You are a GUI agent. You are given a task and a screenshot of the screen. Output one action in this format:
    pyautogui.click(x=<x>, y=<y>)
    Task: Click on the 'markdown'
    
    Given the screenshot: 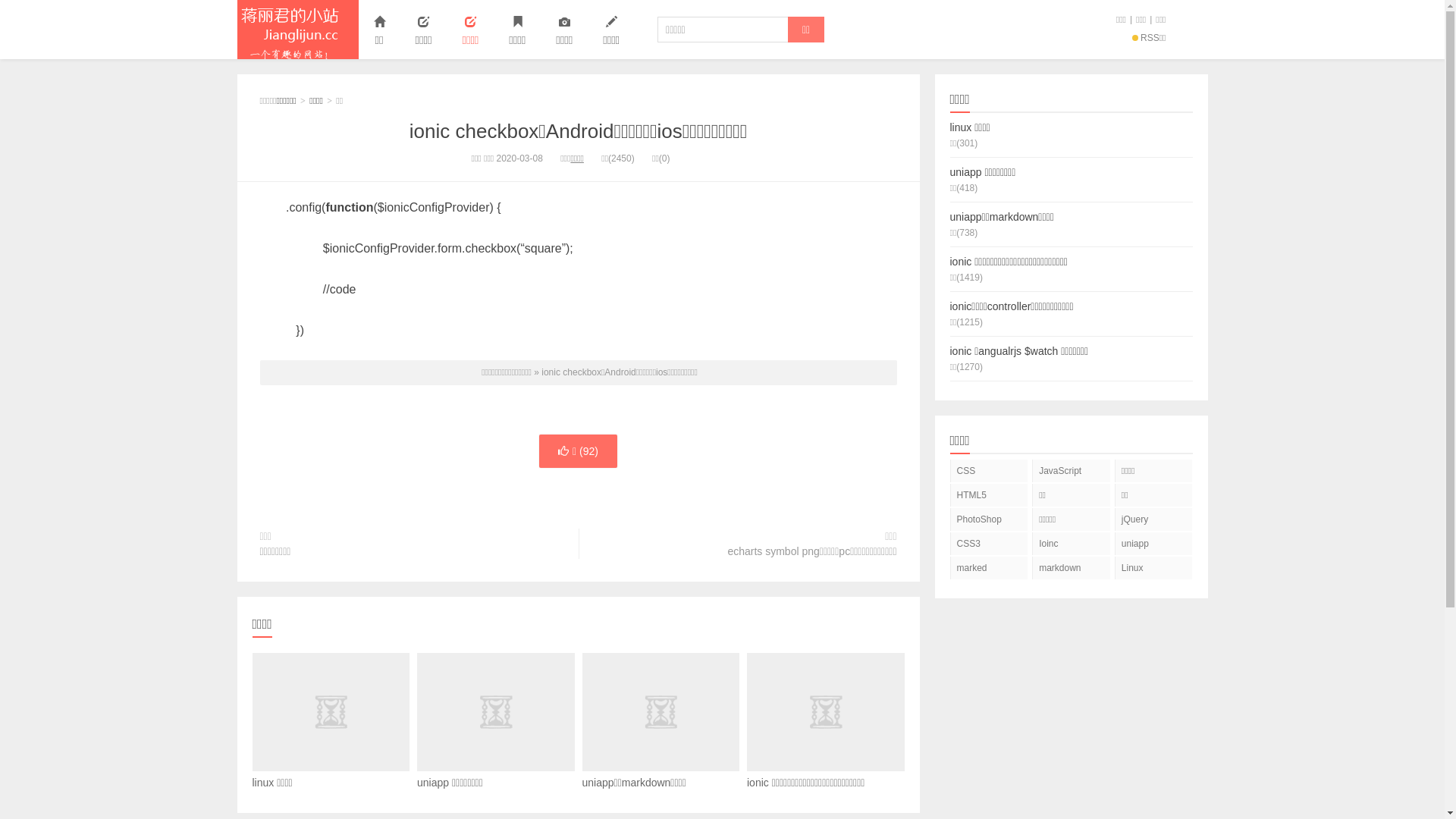 What is the action you would take?
    pyautogui.click(x=1031, y=567)
    